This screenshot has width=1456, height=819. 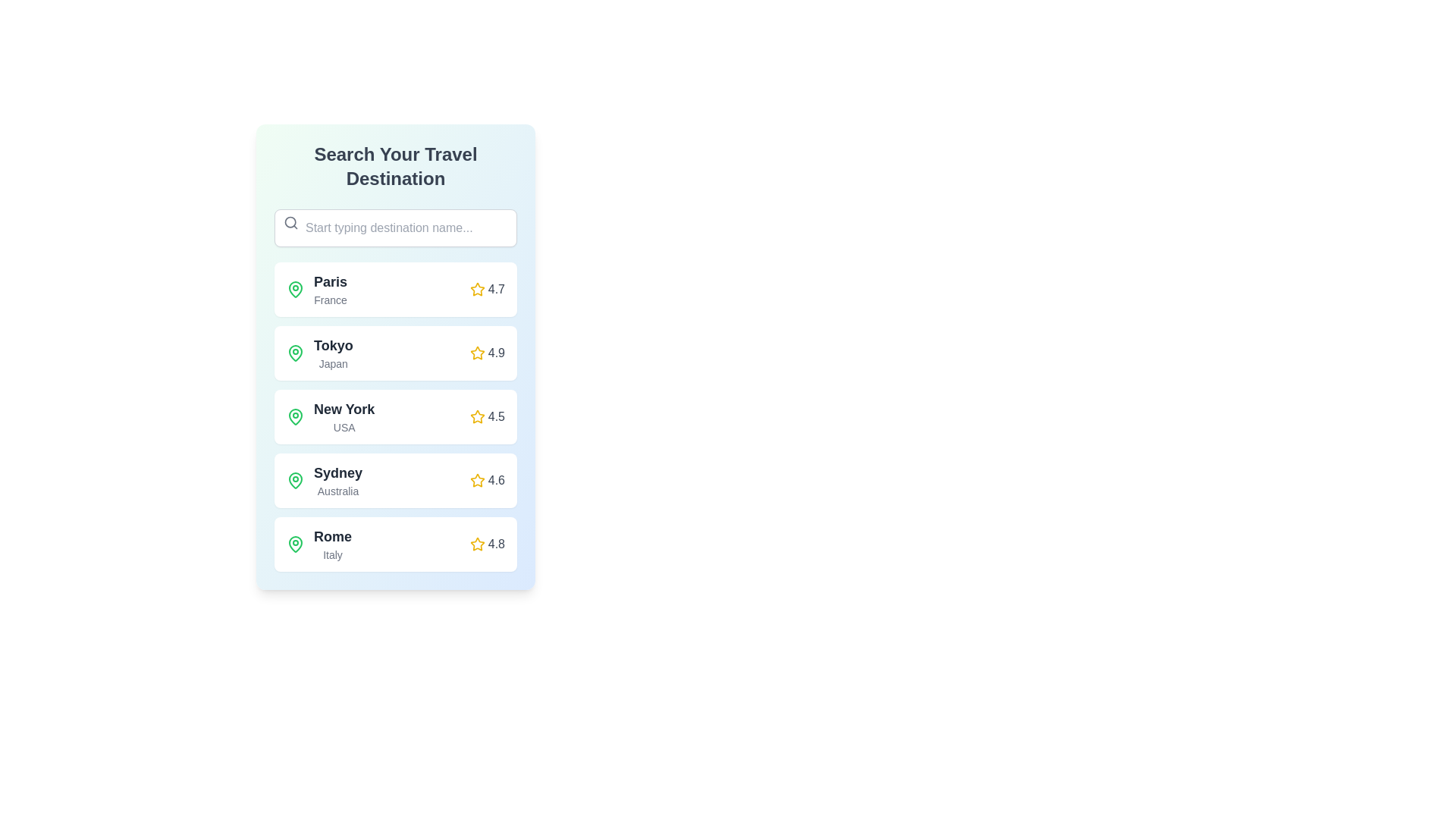 I want to click on the yellow star-shaped icon representing a rating of '4.5' for the 'New York' destination, so click(x=476, y=417).